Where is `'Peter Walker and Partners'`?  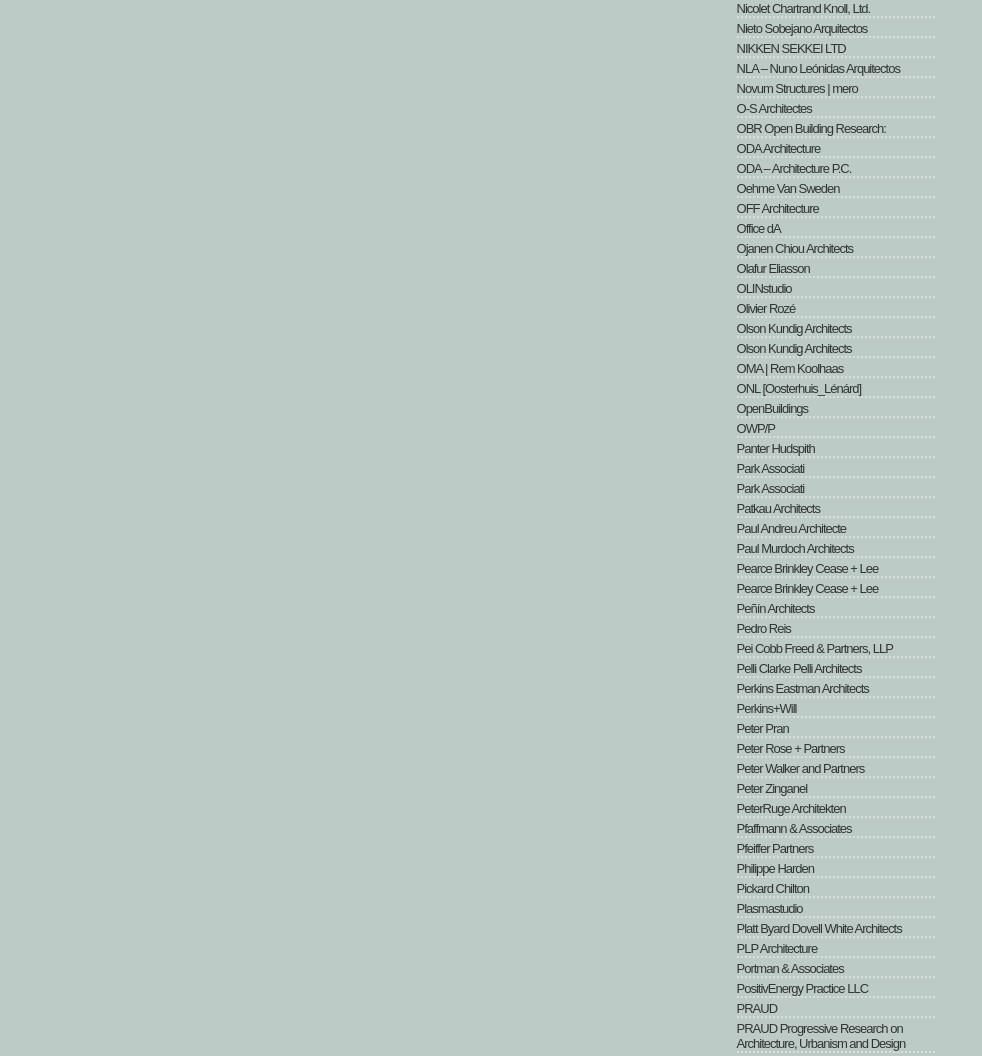
'Peter Walker and Partners' is located at coordinates (735, 767).